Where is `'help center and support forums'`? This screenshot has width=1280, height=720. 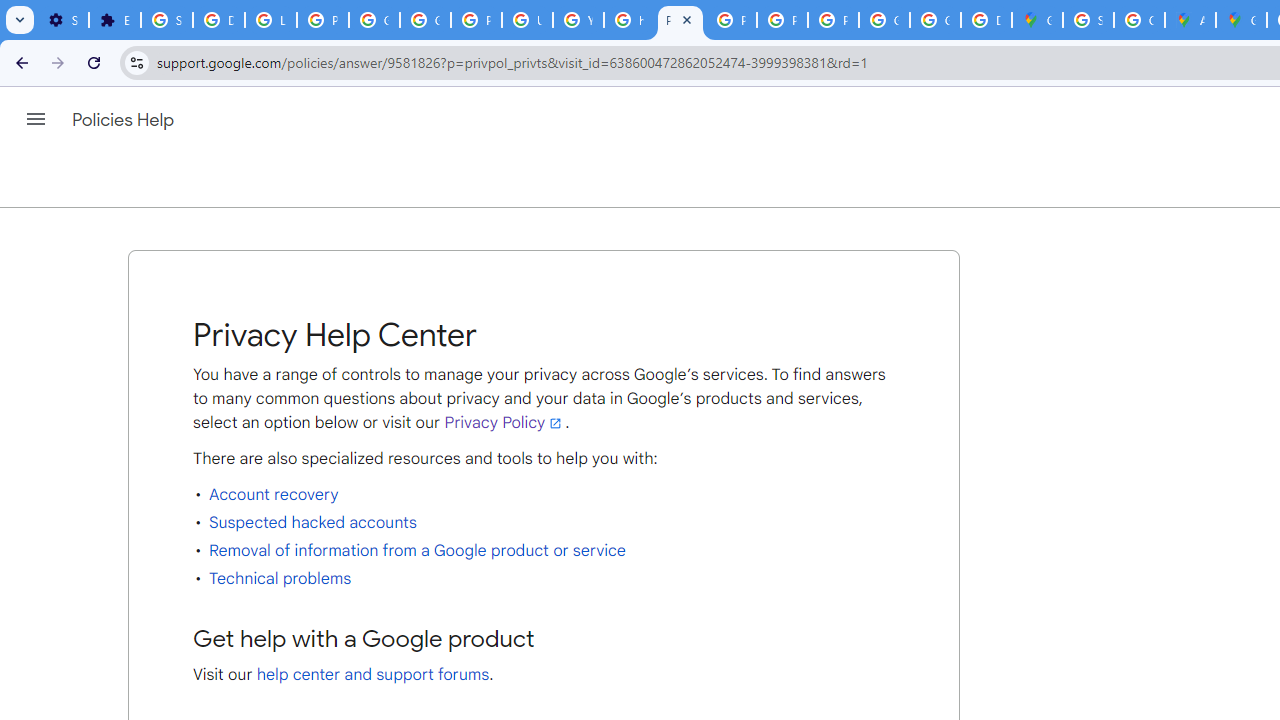 'help center and support forums' is located at coordinates (373, 675).